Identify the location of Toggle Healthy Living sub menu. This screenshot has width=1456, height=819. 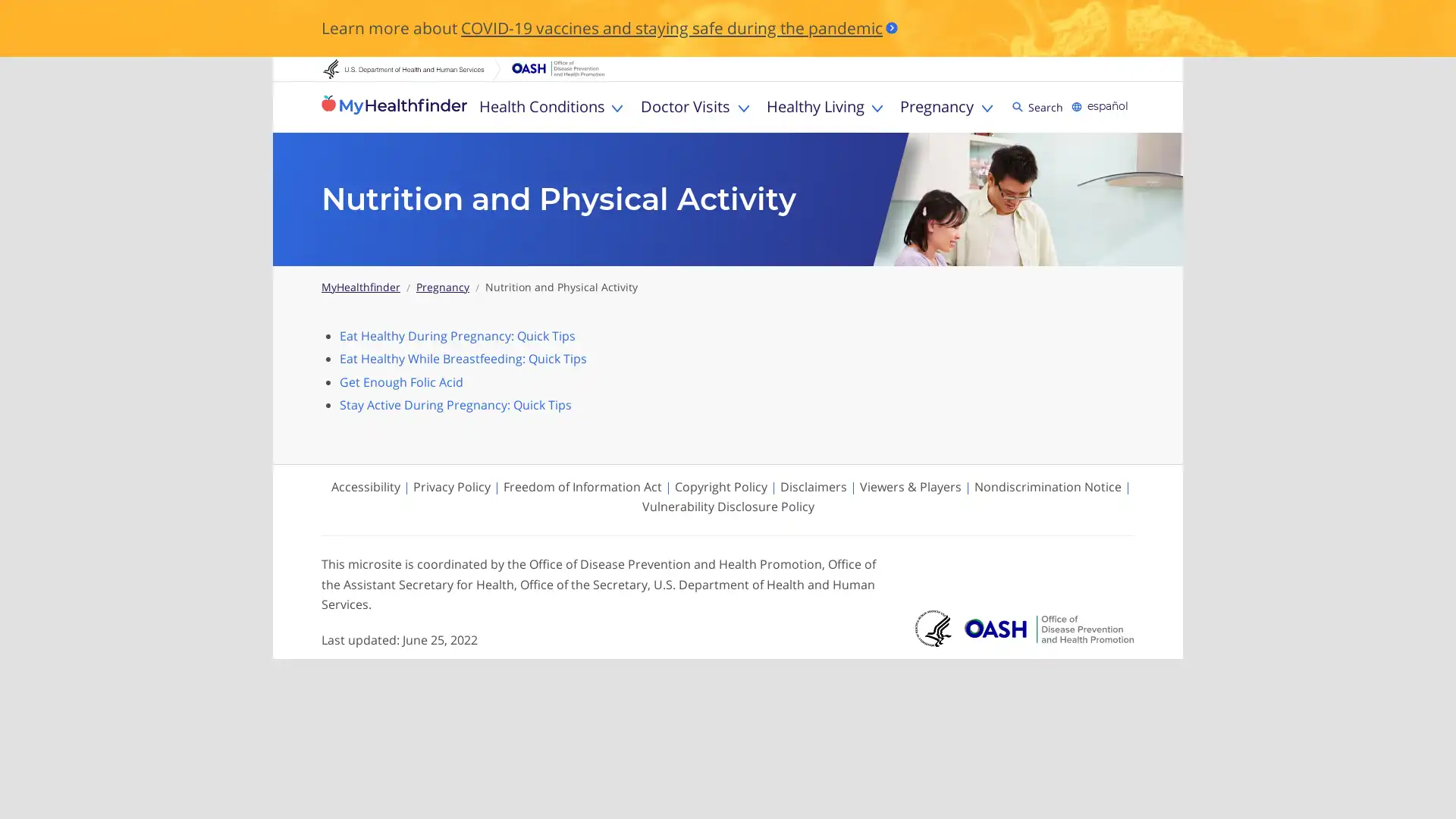
(877, 106).